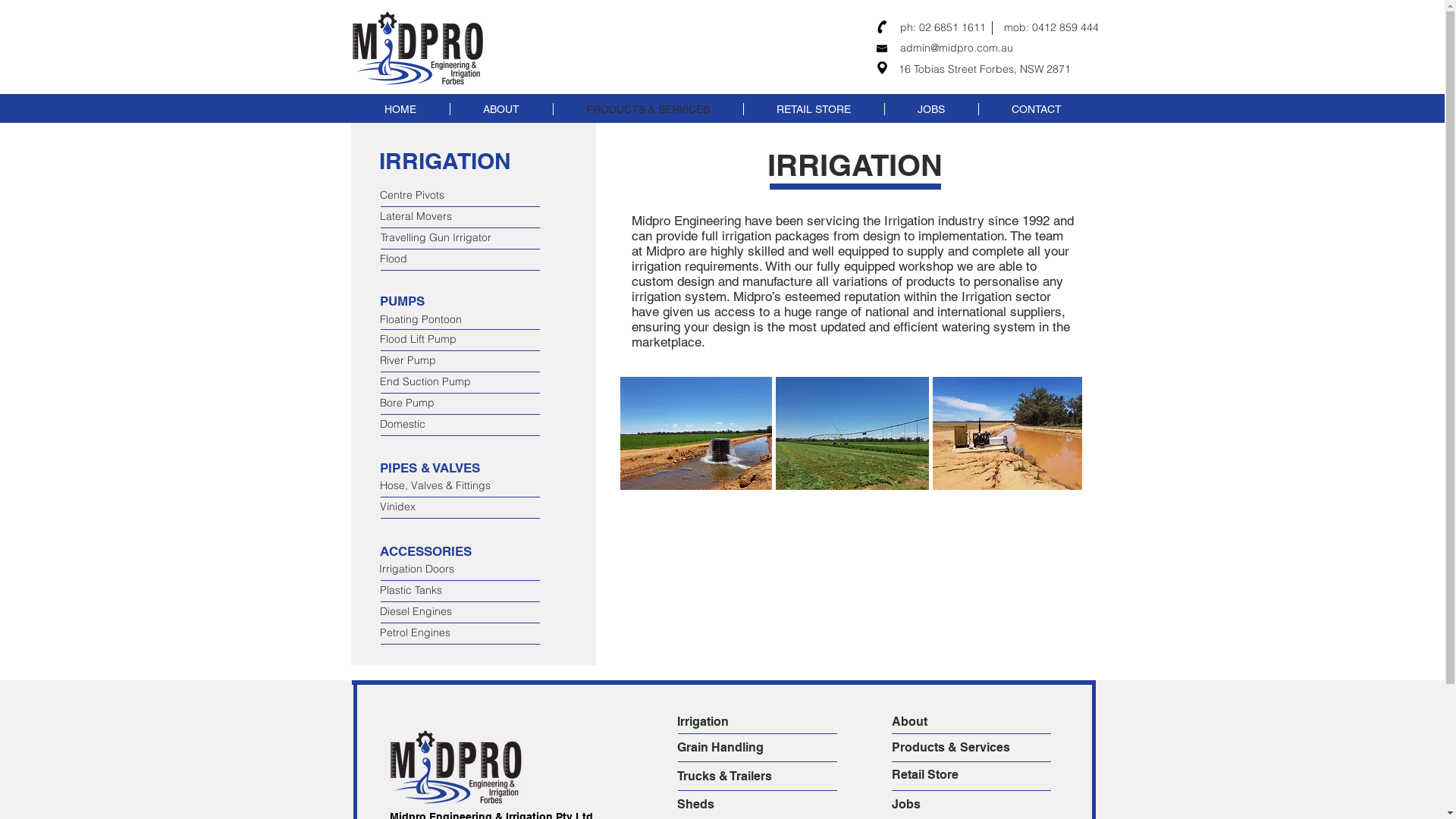 The height and width of the screenshot is (819, 1456). What do you see at coordinates (892, 804) in the screenshot?
I see `'Jobs'` at bounding box center [892, 804].